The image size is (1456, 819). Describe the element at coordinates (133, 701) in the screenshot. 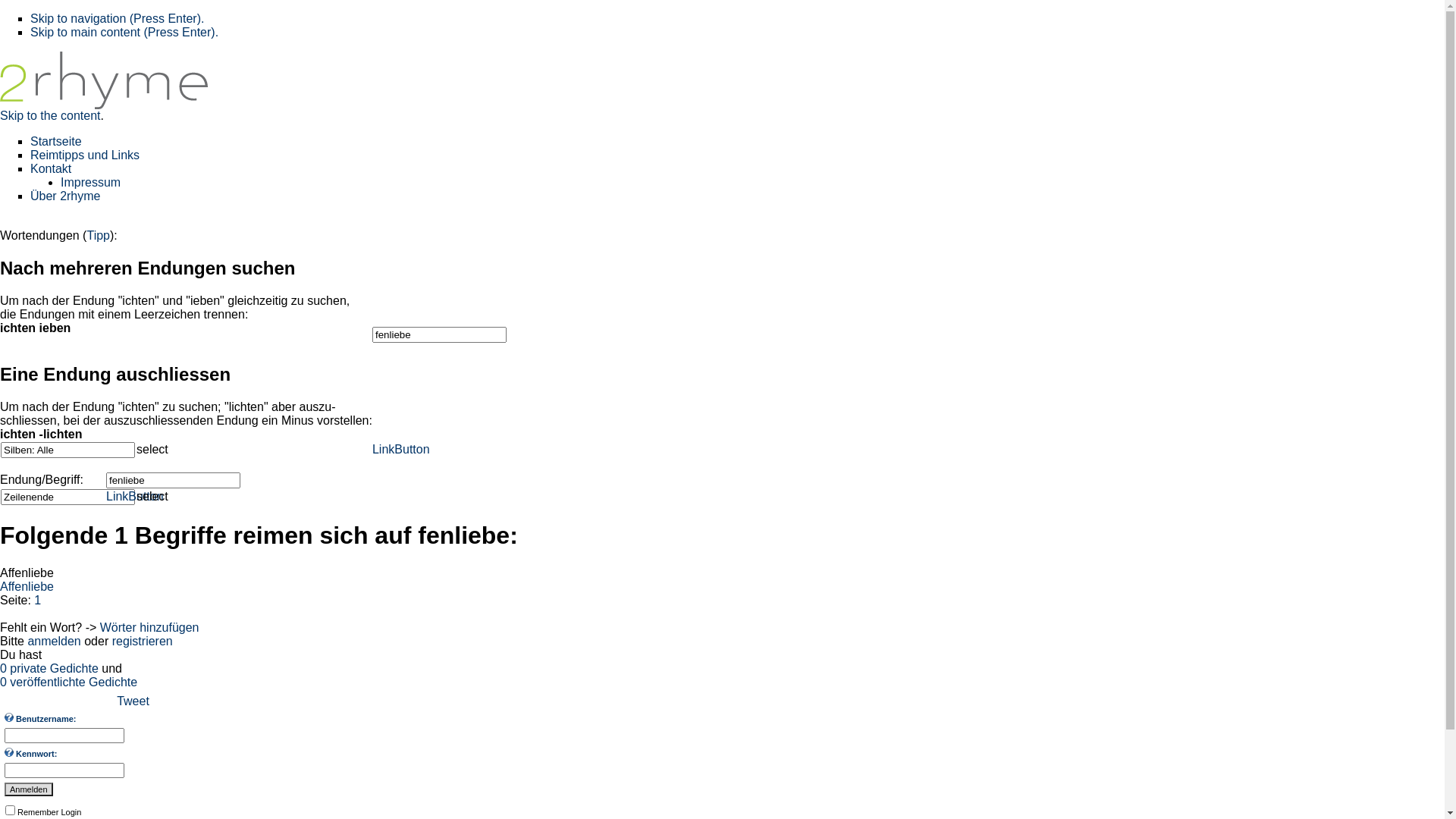

I see `'Tweet'` at that location.